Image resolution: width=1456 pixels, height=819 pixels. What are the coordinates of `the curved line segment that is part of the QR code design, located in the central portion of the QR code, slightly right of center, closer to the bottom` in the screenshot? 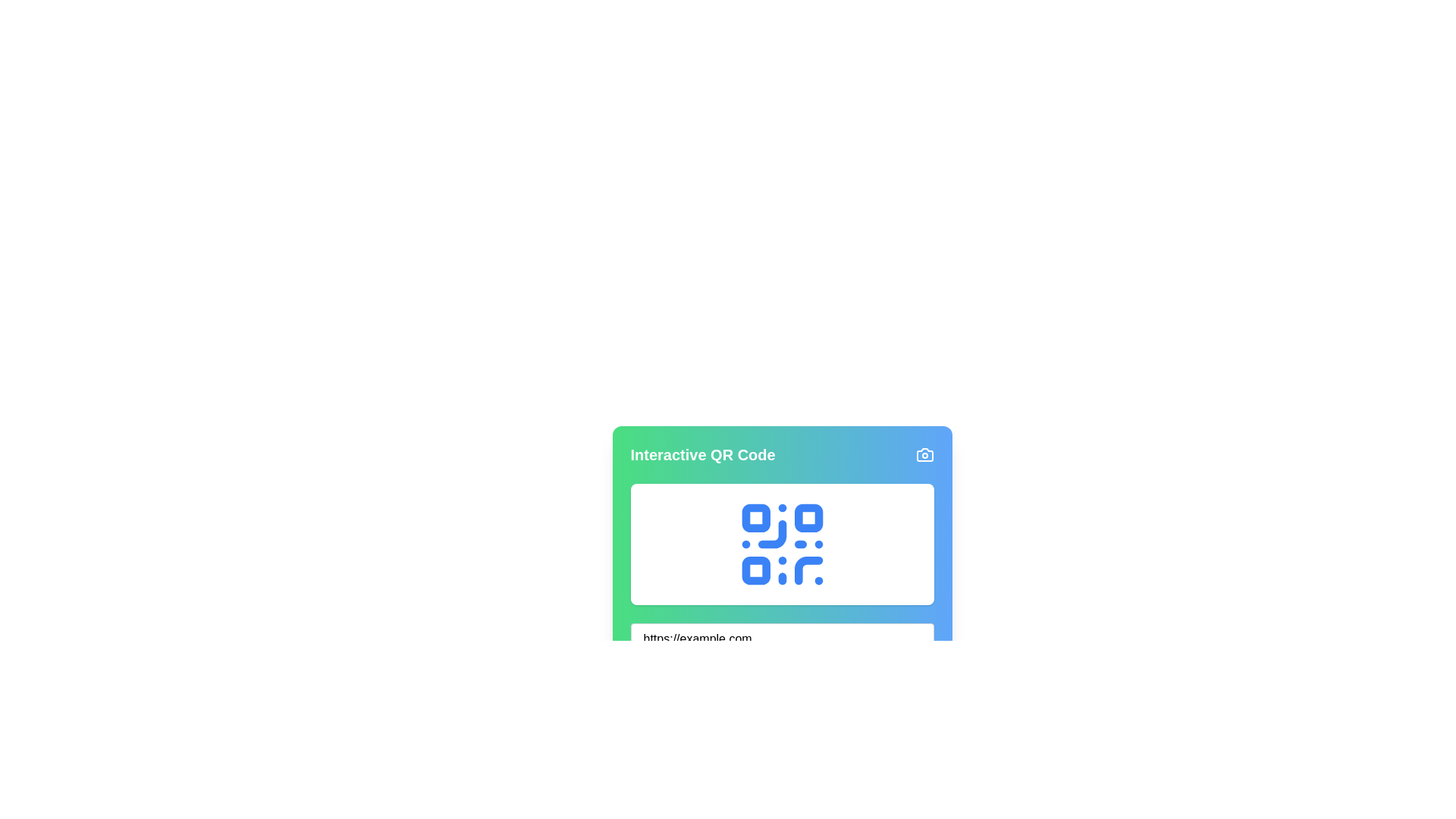 It's located at (772, 533).